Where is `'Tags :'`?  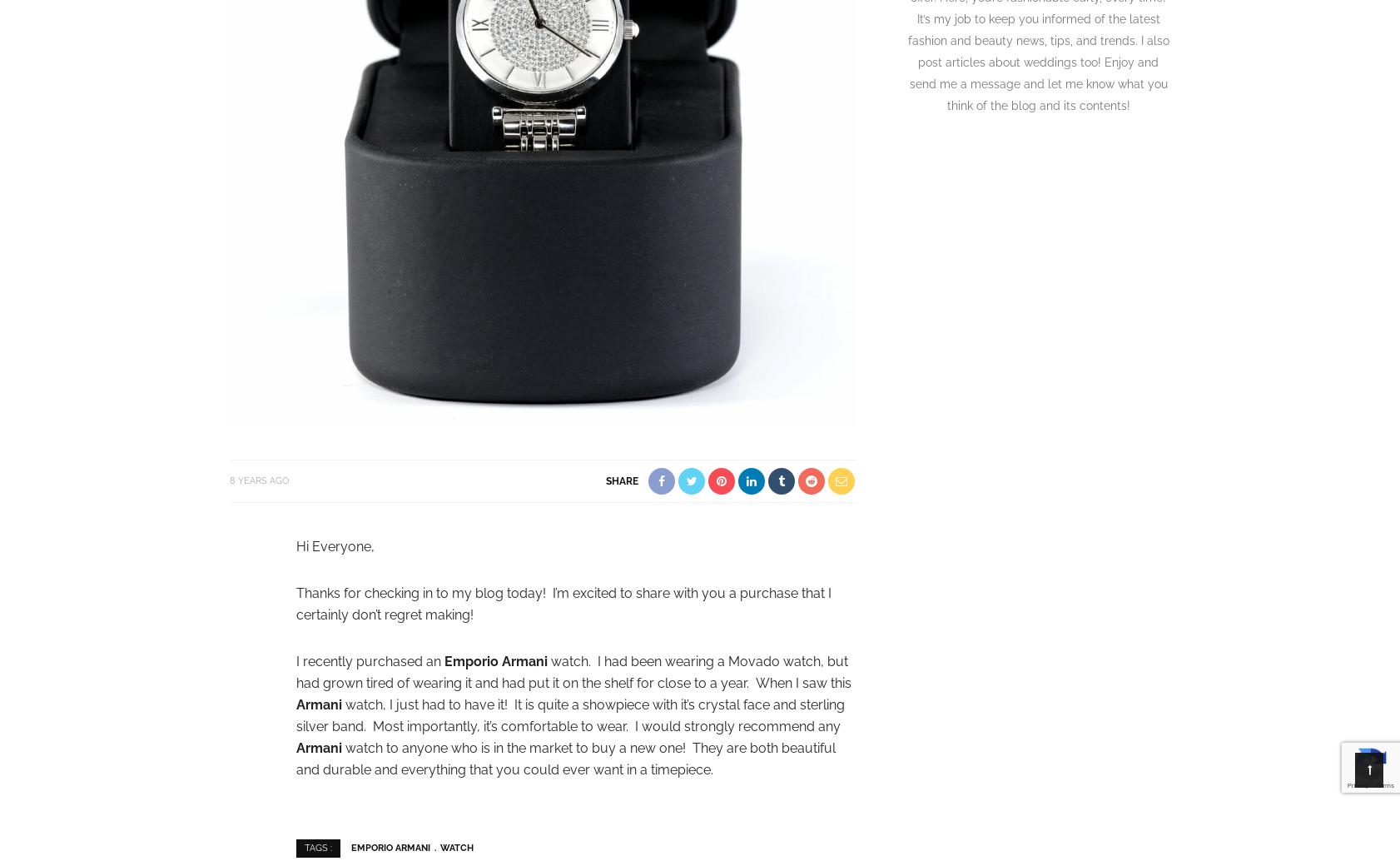
'Tags :' is located at coordinates (317, 847).